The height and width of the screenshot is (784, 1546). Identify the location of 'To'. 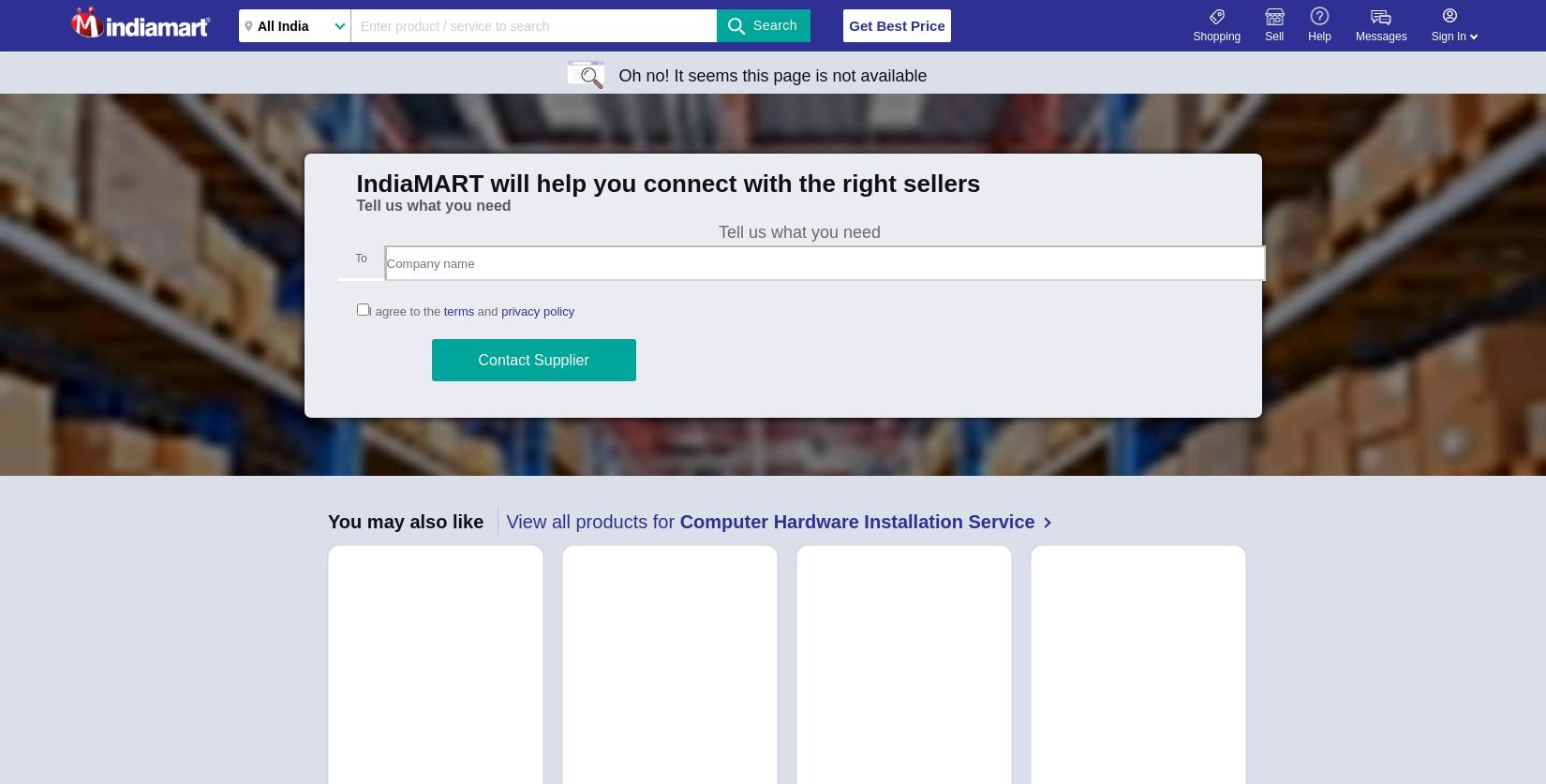
(360, 257).